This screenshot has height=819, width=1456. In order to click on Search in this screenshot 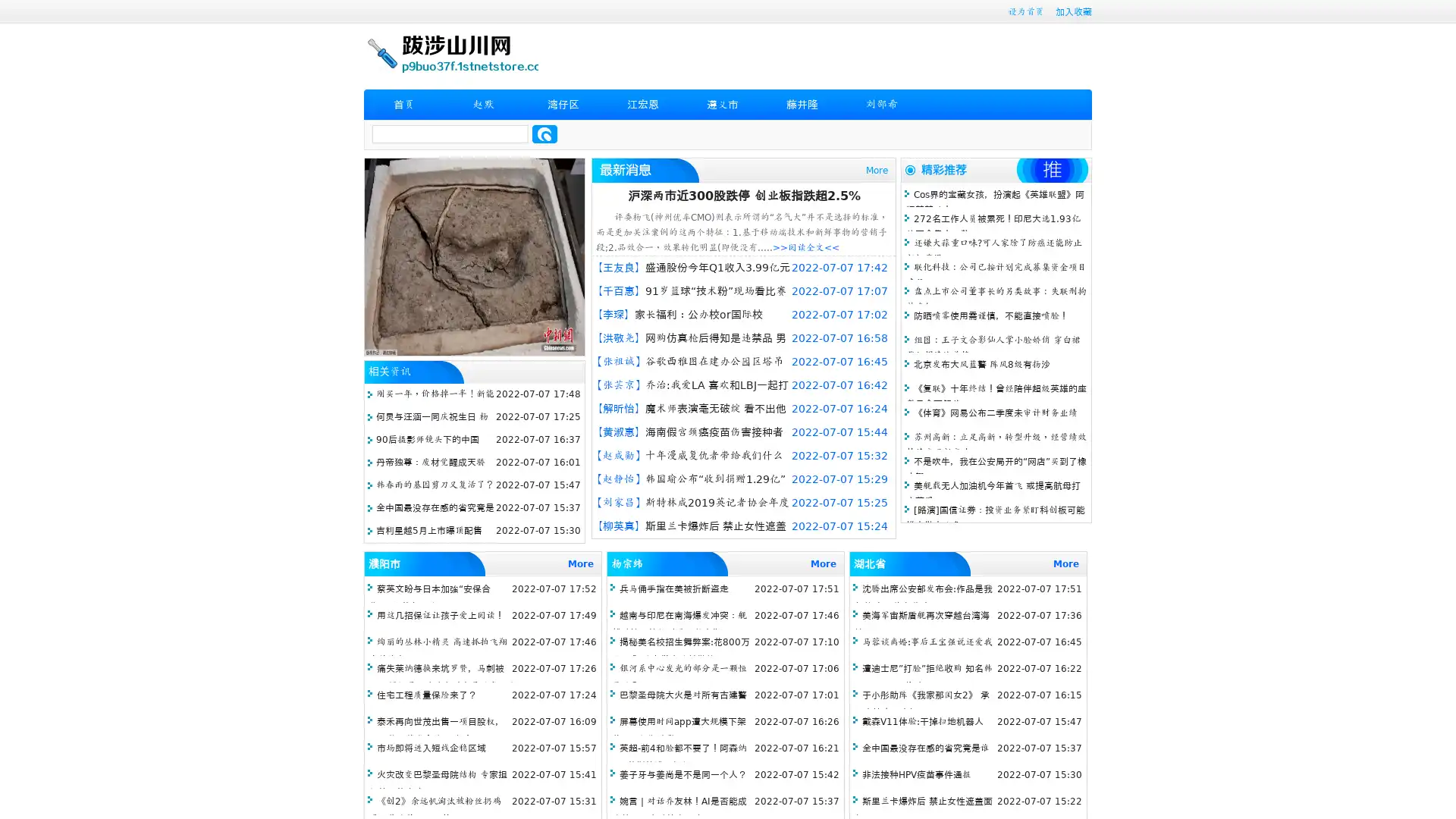, I will do `click(544, 133)`.